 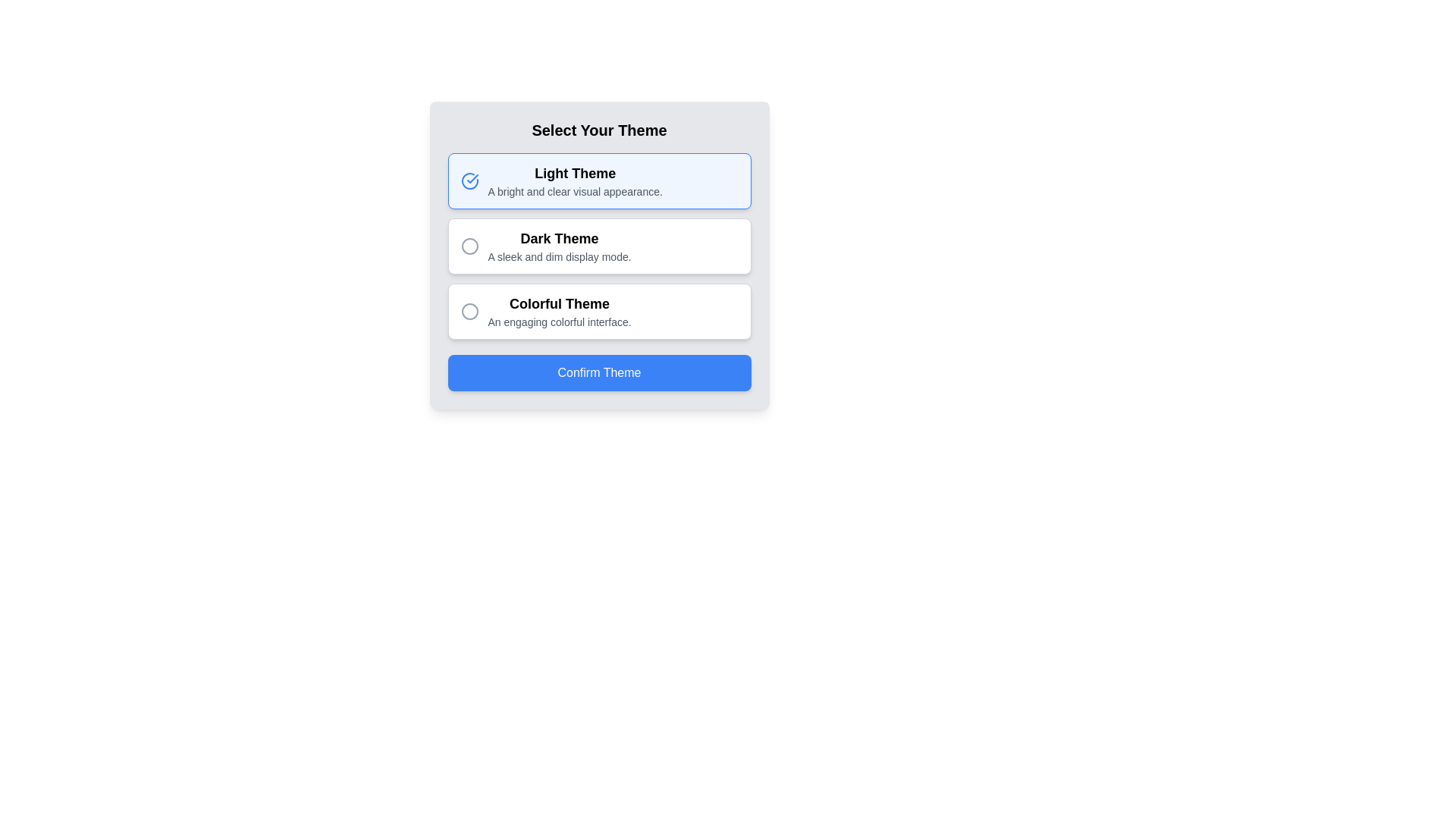 I want to click on the 'Dark Theme' text label, which is prominently displayed in bold font as a heading in the theme selection section, so click(x=559, y=239).